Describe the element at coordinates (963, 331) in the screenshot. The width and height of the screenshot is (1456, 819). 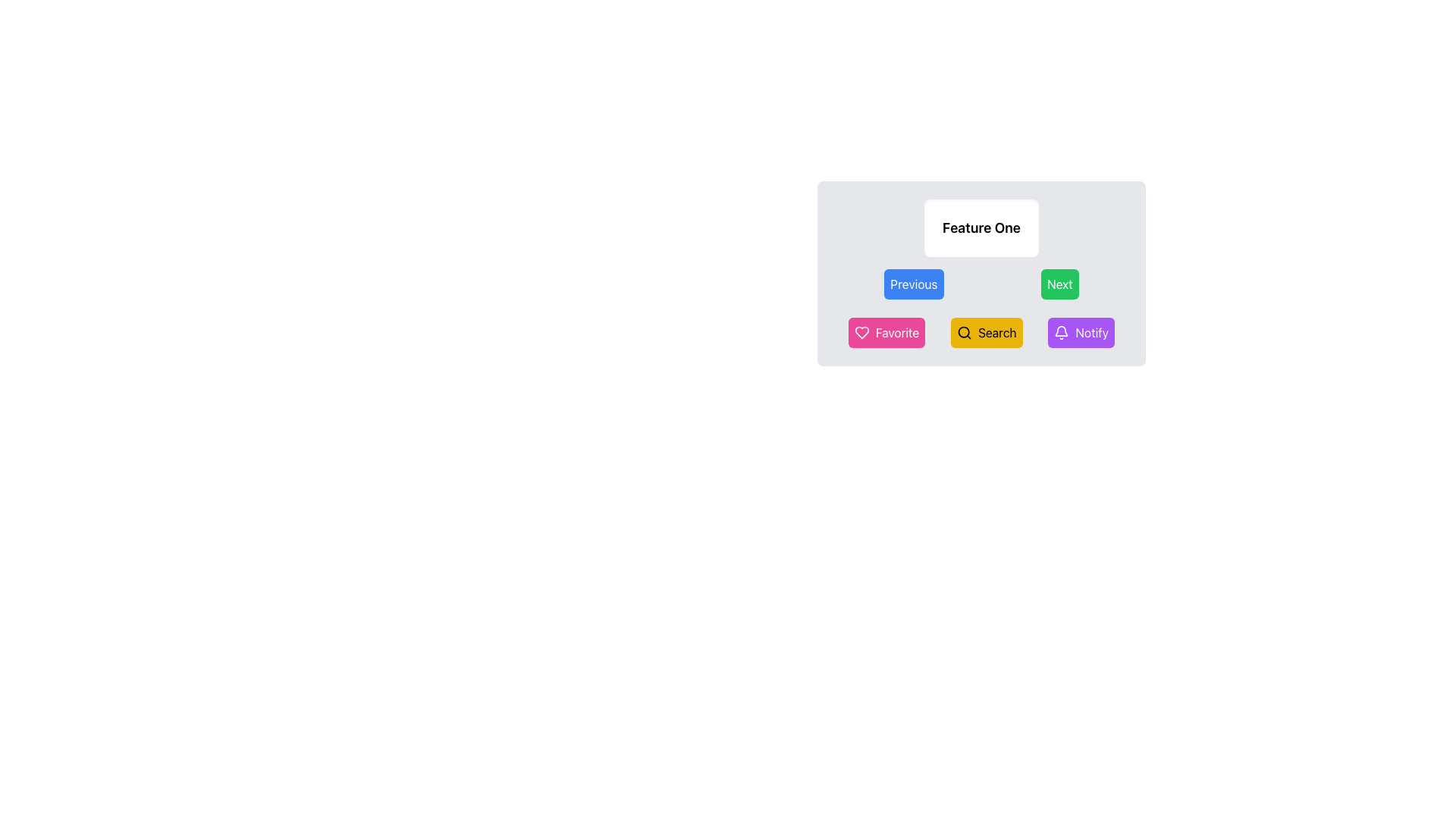
I see `the decorative circular lens of the search magnifying glass icon located below the 'Feature One' text heading` at that location.